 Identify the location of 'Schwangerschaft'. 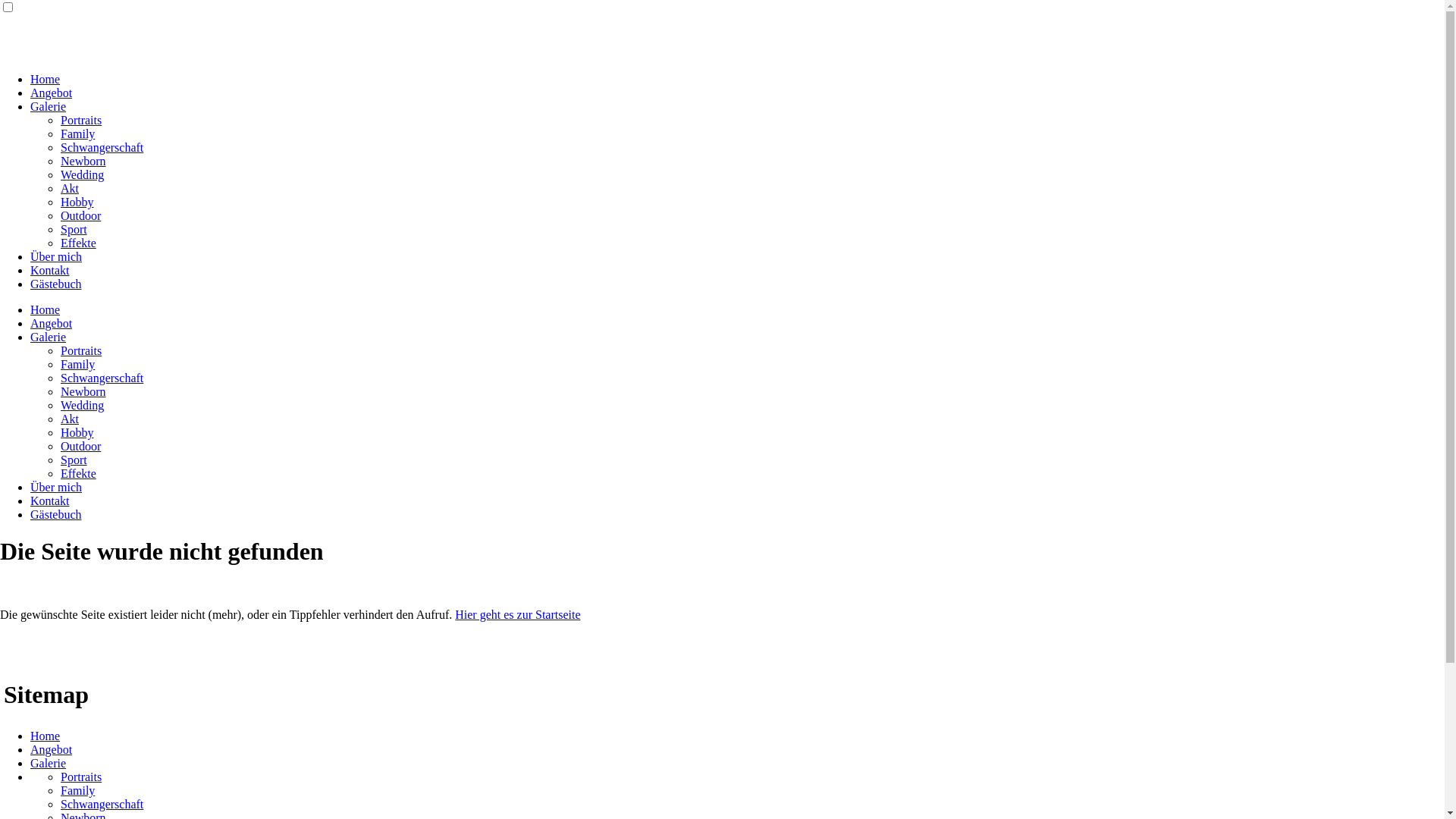
(101, 803).